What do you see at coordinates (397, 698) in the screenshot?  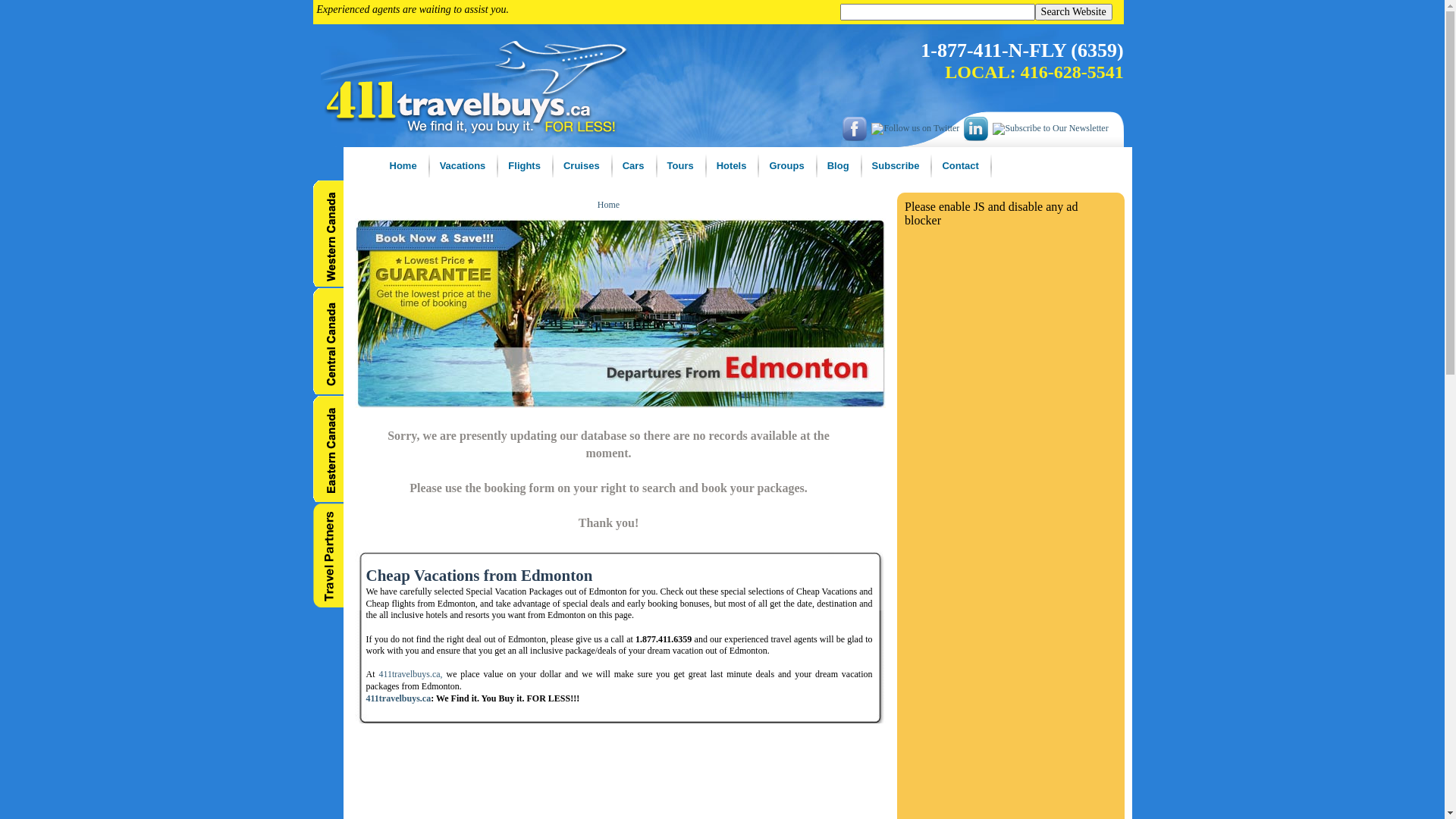 I see `'411travelbuys.ca'` at bounding box center [397, 698].